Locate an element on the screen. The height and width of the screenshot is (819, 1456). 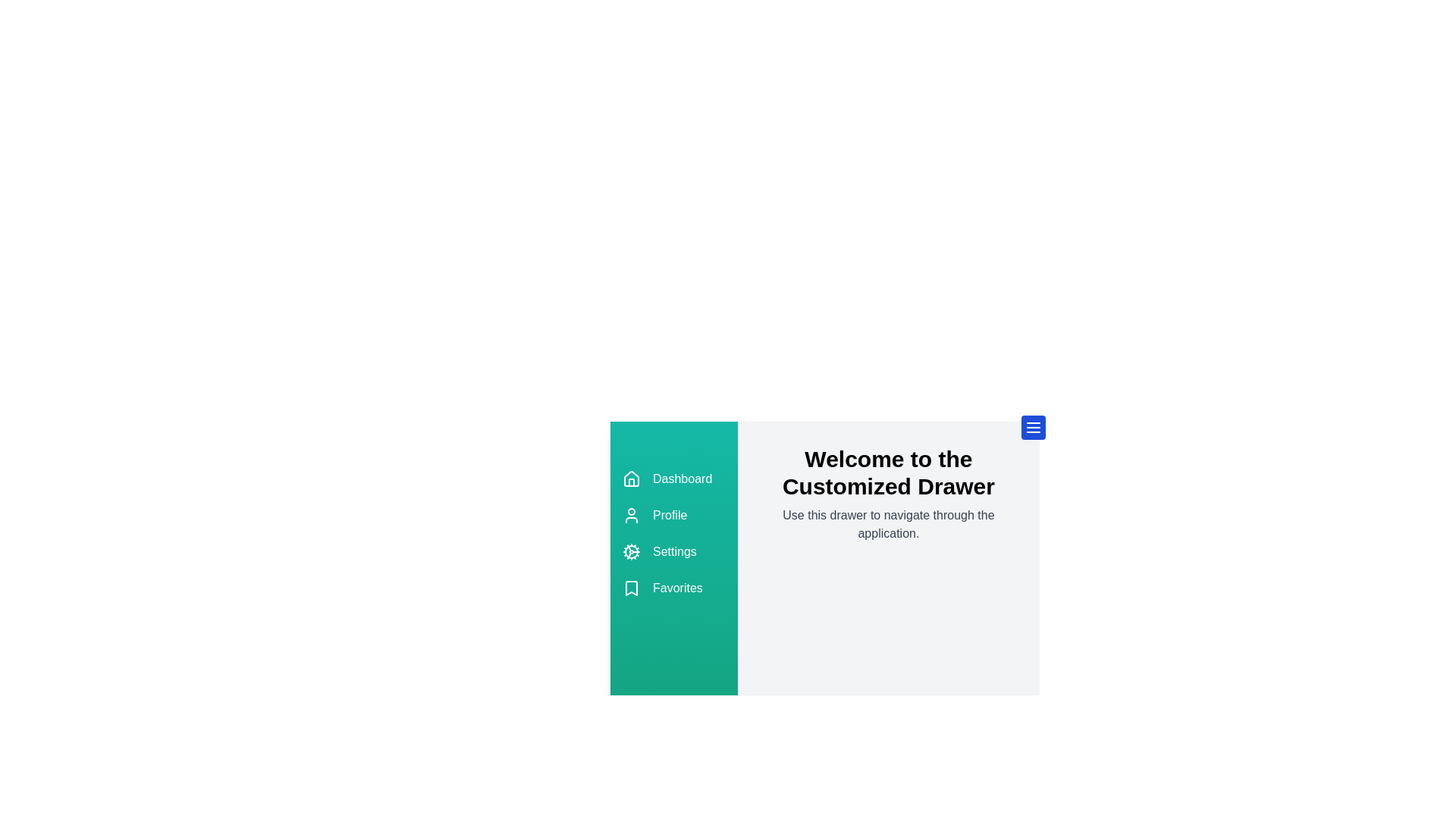
the icon for Profile in the drawer menu is located at coordinates (632, 514).